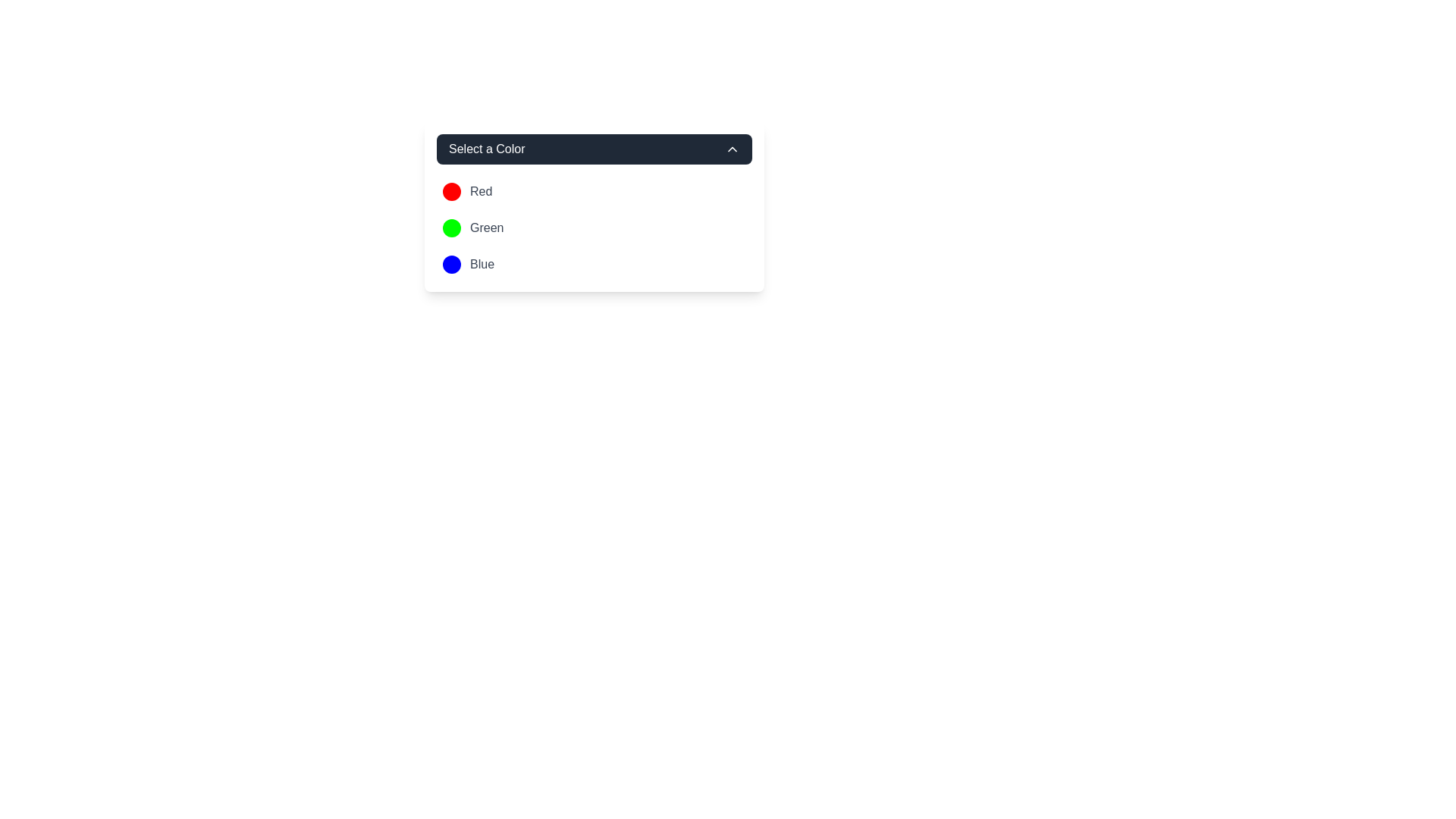  What do you see at coordinates (450, 263) in the screenshot?
I see `the blue color indicator swatch, which is a circular shape located before the text label 'Blue' in the dropdown menu 'Select a Color'` at bounding box center [450, 263].